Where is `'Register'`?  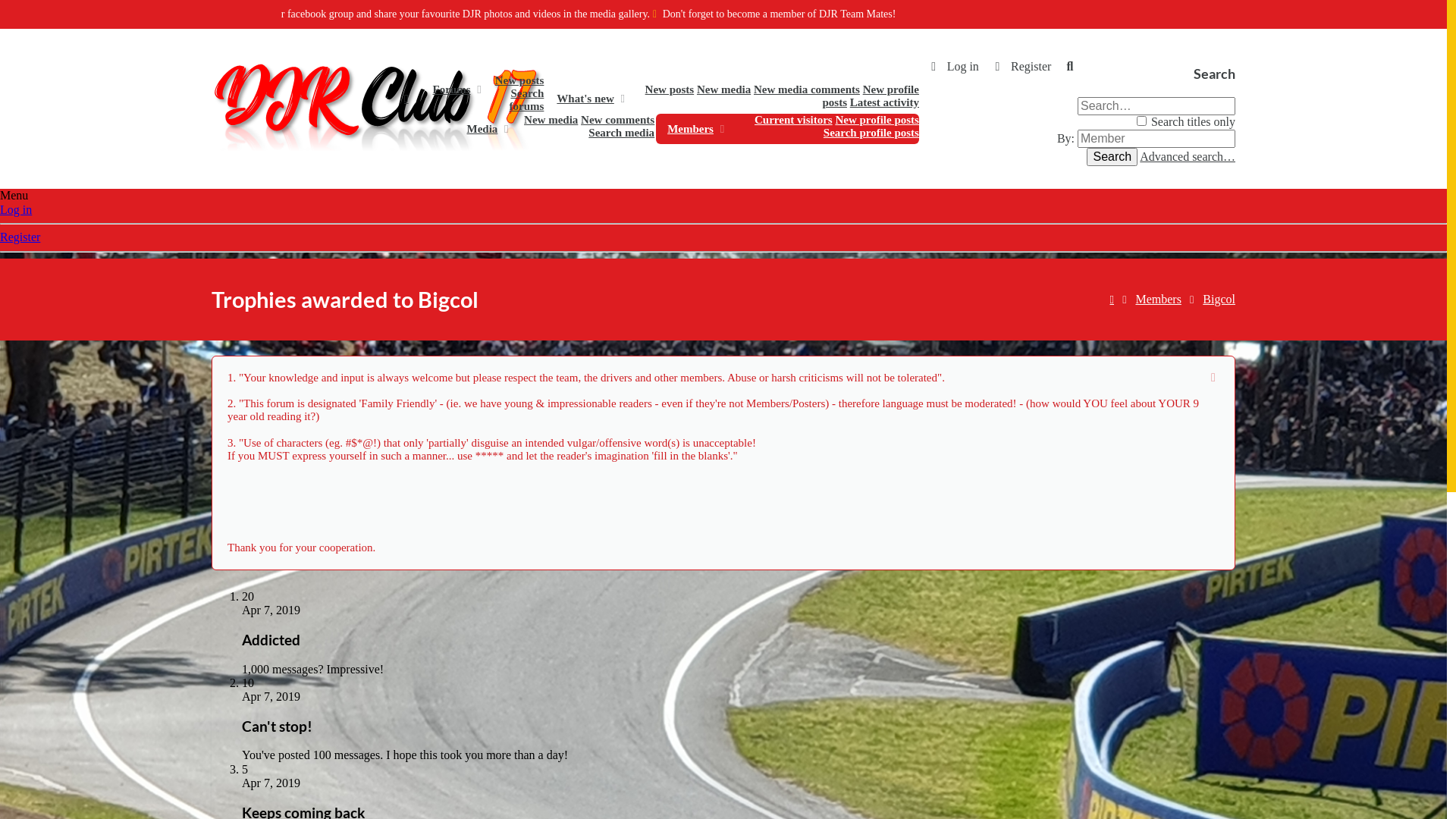
'Register' is located at coordinates (20, 237).